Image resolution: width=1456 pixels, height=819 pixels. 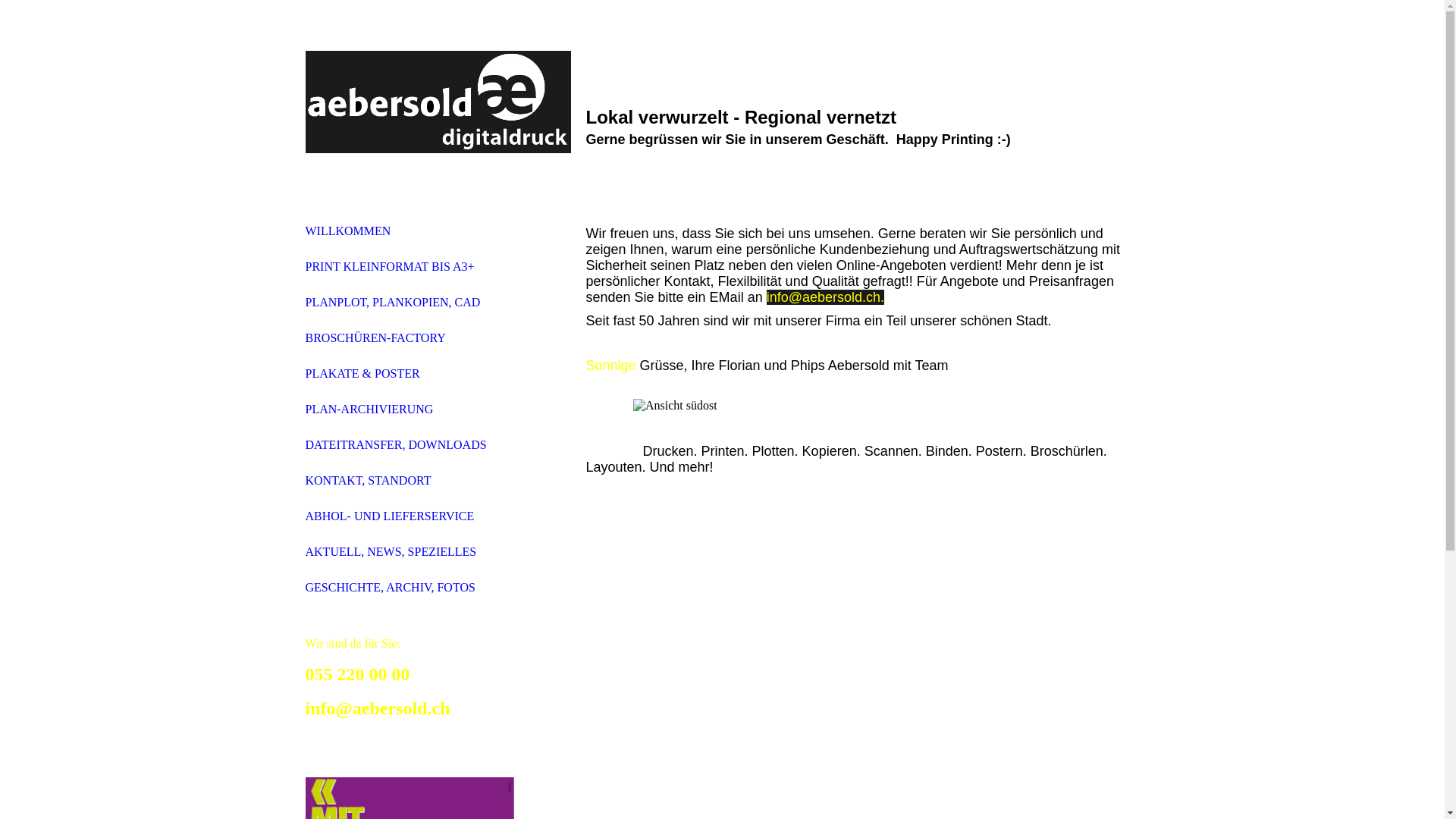 I want to click on 'WILLKOMMEN', so click(x=347, y=231).